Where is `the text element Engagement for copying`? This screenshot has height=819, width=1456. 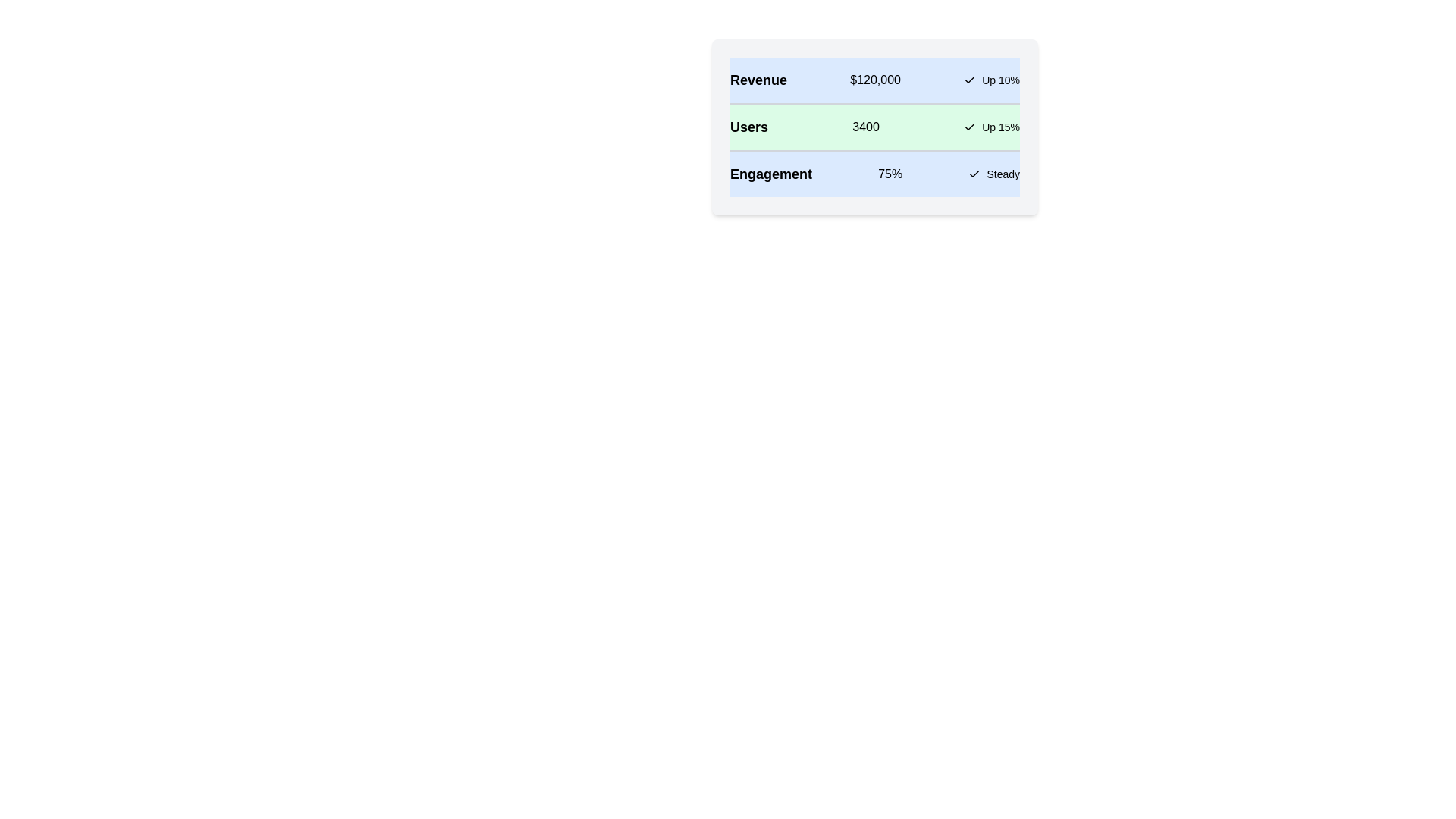 the text element Engagement for copying is located at coordinates (771, 174).